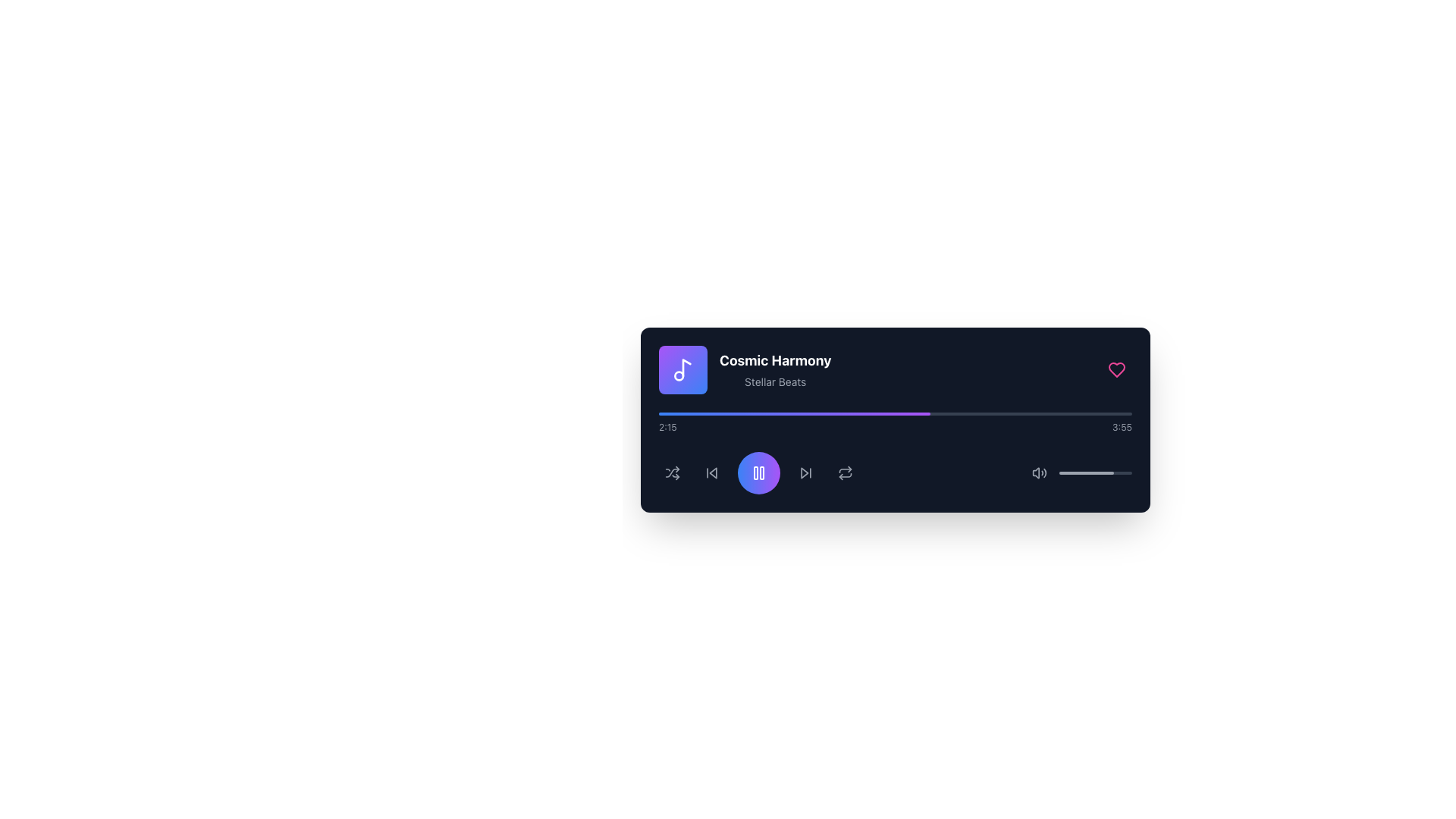 Image resolution: width=1456 pixels, height=819 pixels. I want to click on the heart-shaped icon located on the right part of the playback control panel to like or favorite the currently playing track, so click(1117, 370).